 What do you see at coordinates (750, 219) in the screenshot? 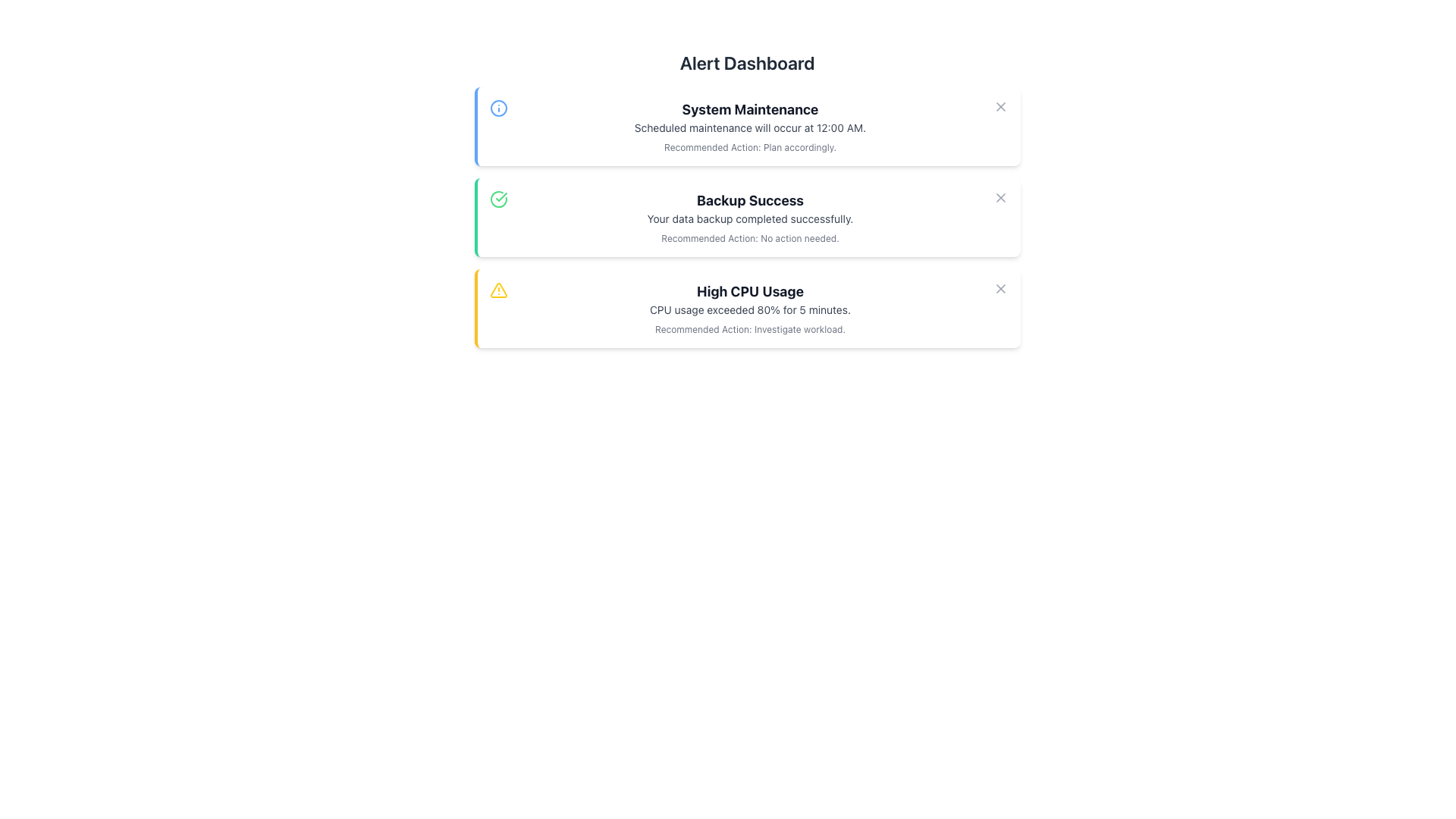
I see `information message indicating the successful completion of the data backup process, which is positioned below the 'Backup Success' header in the green notification card` at bounding box center [750, 219].